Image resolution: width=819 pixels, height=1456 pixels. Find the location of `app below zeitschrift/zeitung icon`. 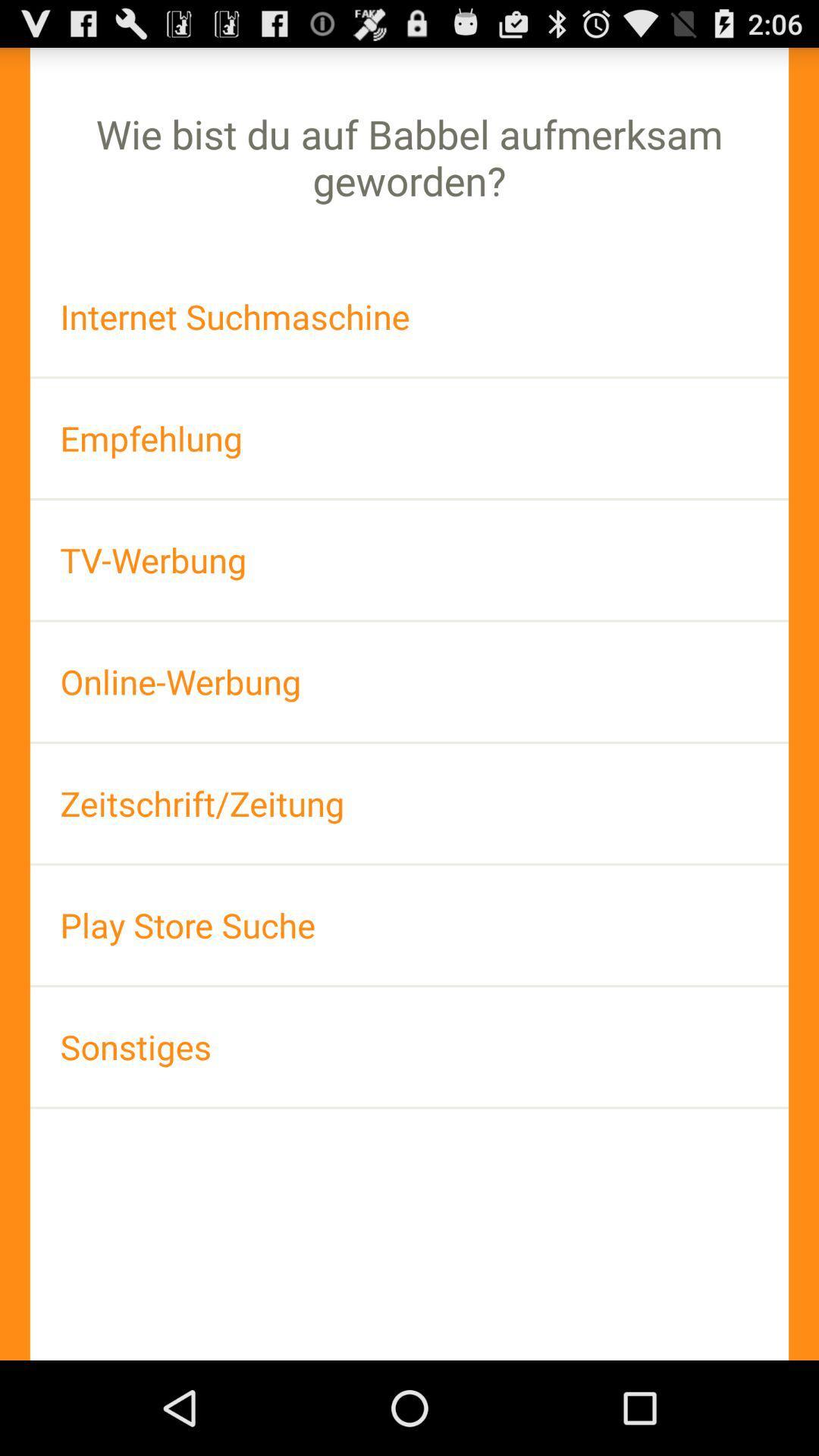

app below zeitschrift/zeitung icon is located at coordinates (409, 924).